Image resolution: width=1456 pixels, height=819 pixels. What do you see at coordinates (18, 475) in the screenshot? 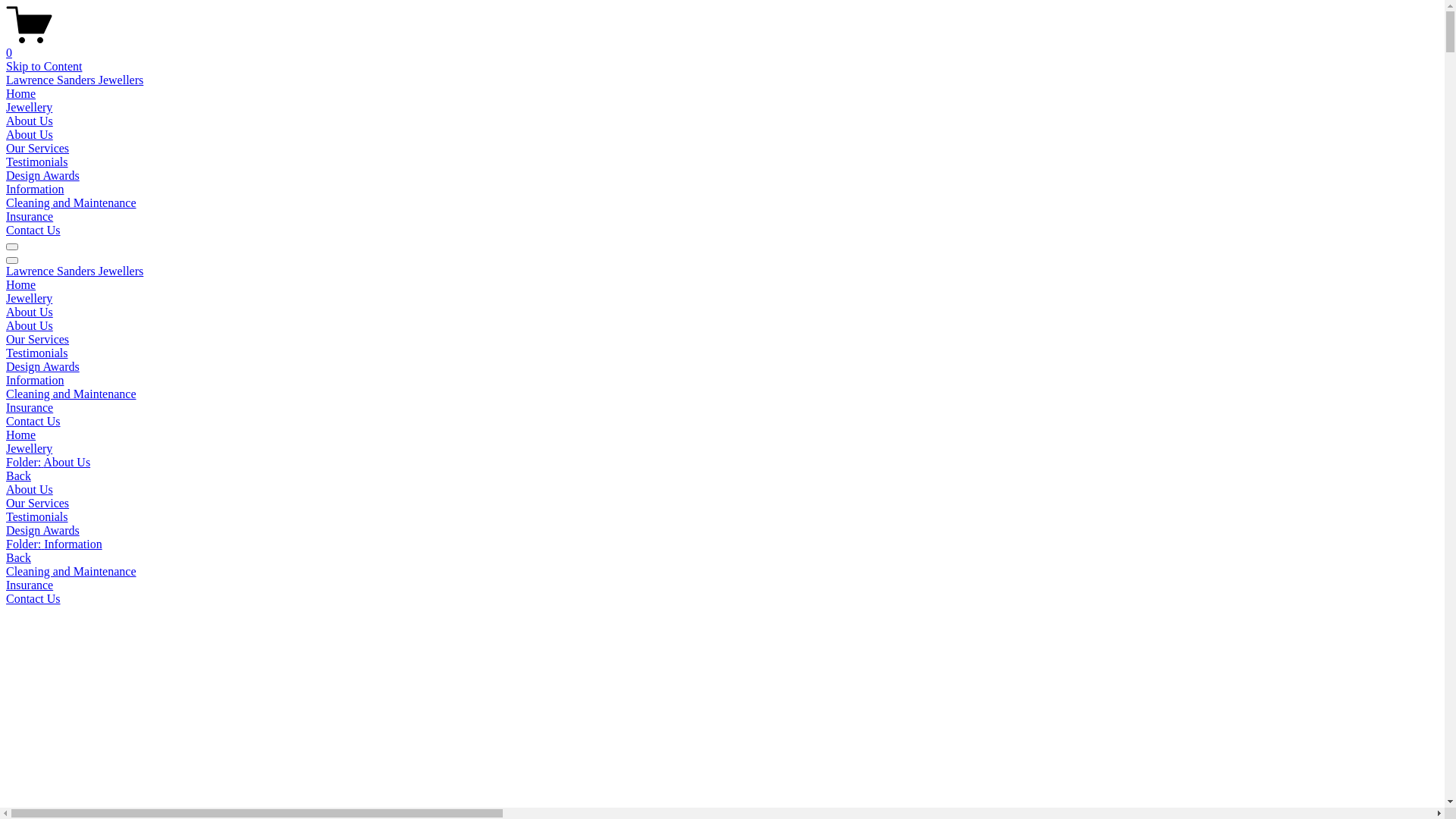
I see `'Back'` at bounding box center [18, 475].